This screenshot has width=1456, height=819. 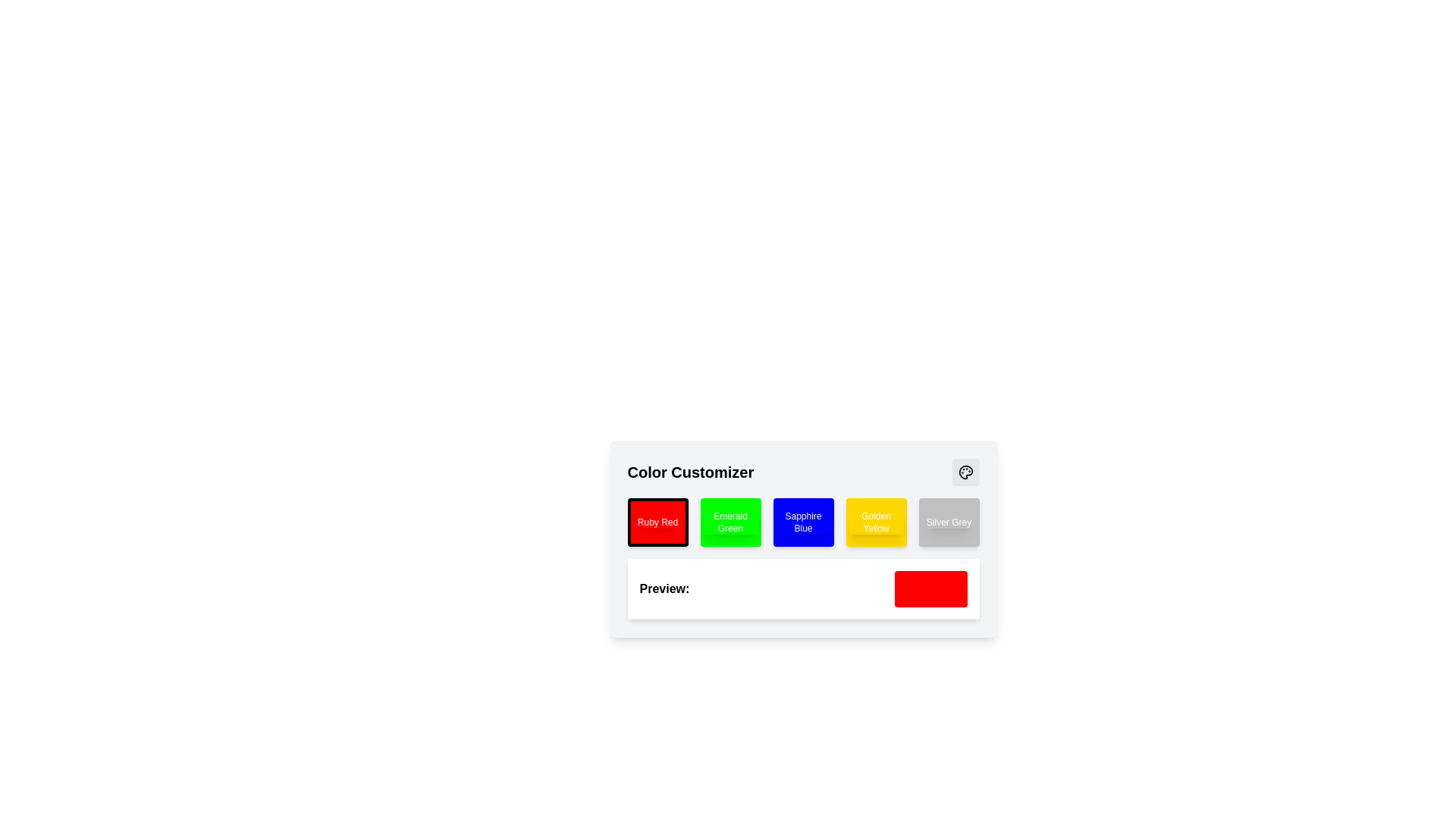 What do you see at coordinates (948, 522) in the screenshot?
I see `the 'Silver Grey' color selection button, which is the fifth button in a horizontal row of color selection buttons, to observe the hover effect` at bounding box center [948, 522].